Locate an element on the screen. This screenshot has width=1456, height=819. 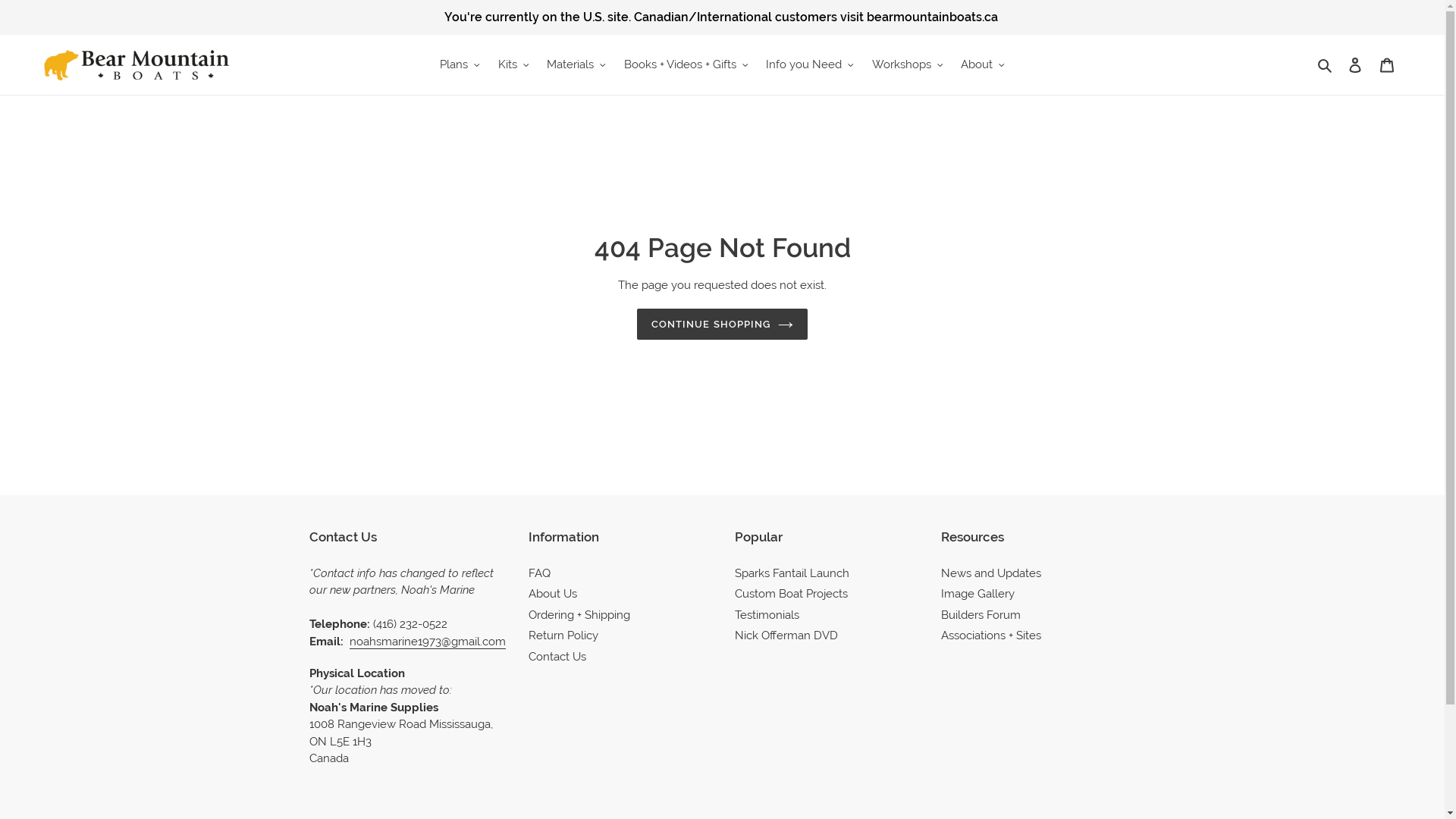
'Contact Us' is located at coordinates (556, 656).